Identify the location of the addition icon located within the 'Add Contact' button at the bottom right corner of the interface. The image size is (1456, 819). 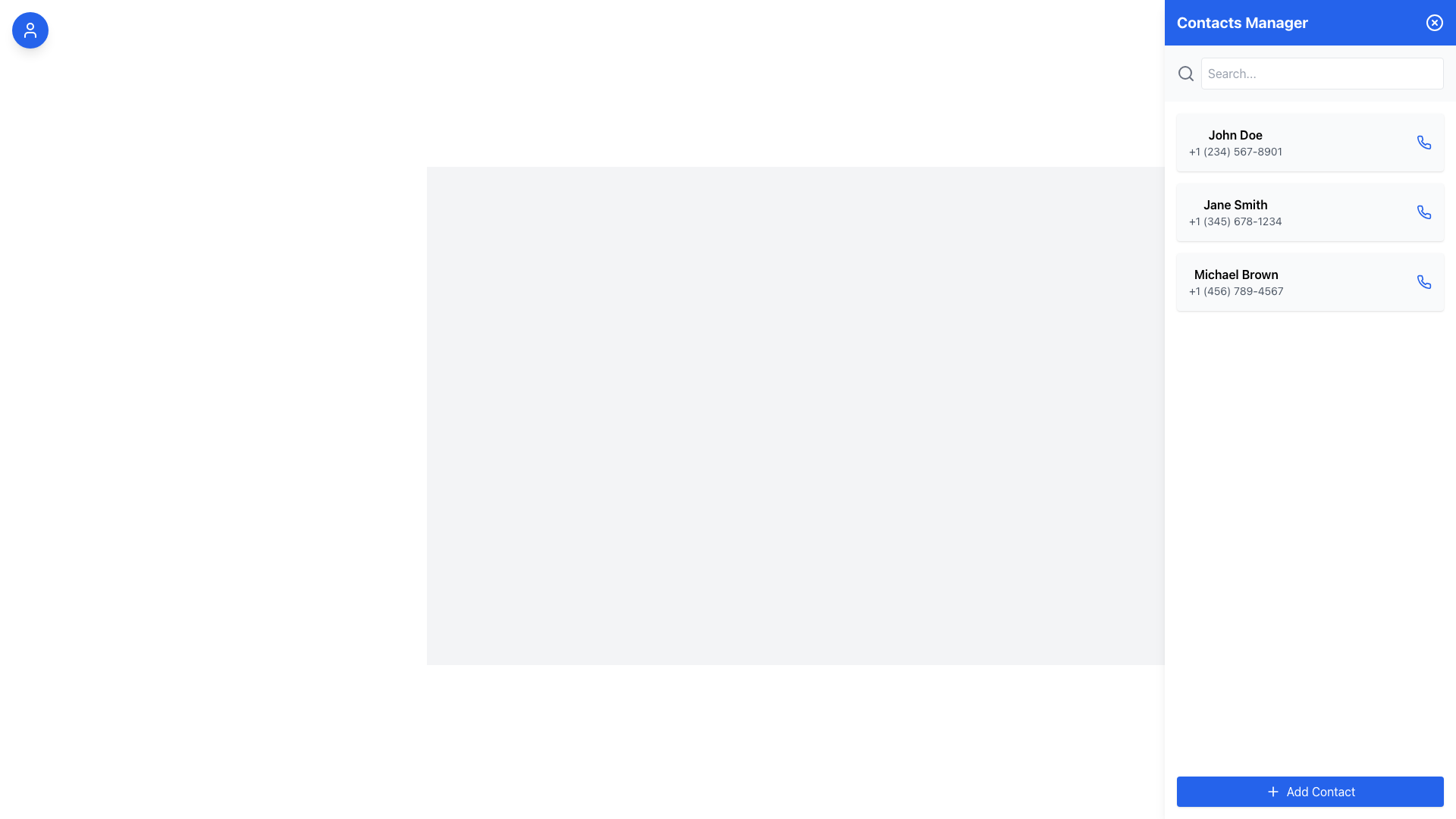
(1272, 791).